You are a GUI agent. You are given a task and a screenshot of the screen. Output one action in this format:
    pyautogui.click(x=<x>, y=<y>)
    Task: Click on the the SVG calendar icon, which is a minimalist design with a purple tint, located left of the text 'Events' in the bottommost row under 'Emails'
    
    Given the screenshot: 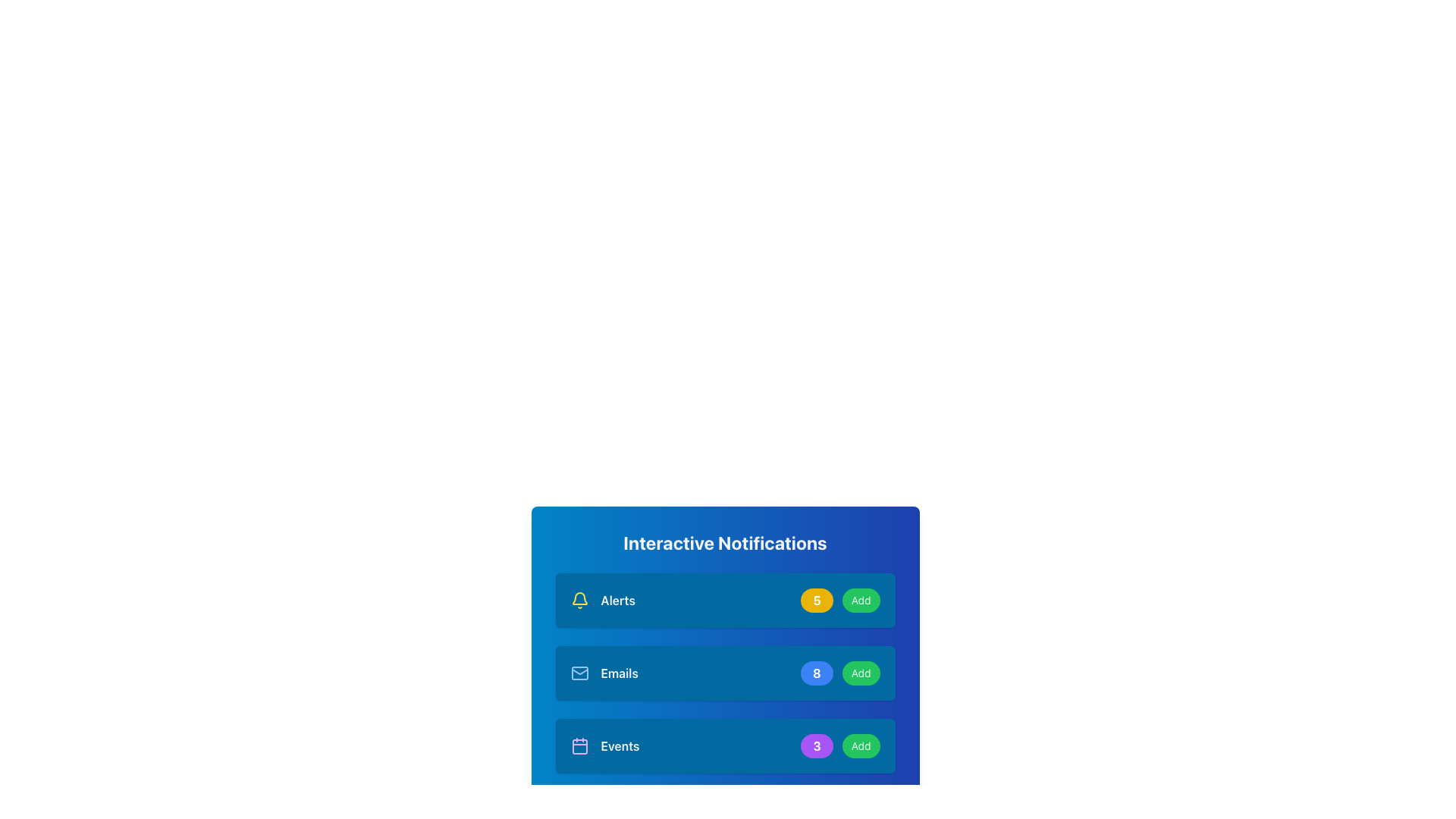 What is the action you would take?
    pyautogui.click(x=579, y=745)
    